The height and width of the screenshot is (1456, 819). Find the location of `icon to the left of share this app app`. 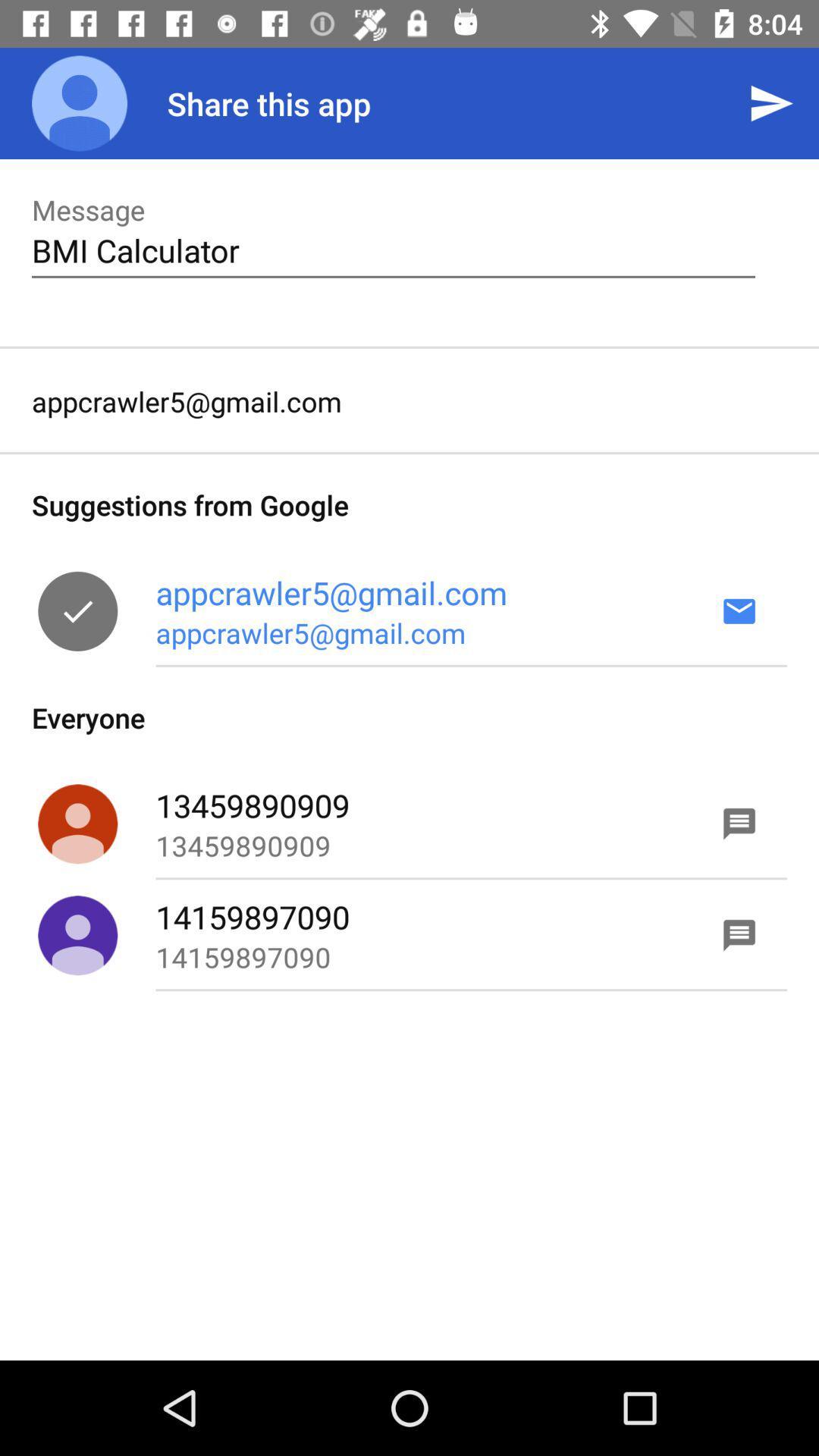

icon to the left of share this app app is located at coordinates (79, 102).